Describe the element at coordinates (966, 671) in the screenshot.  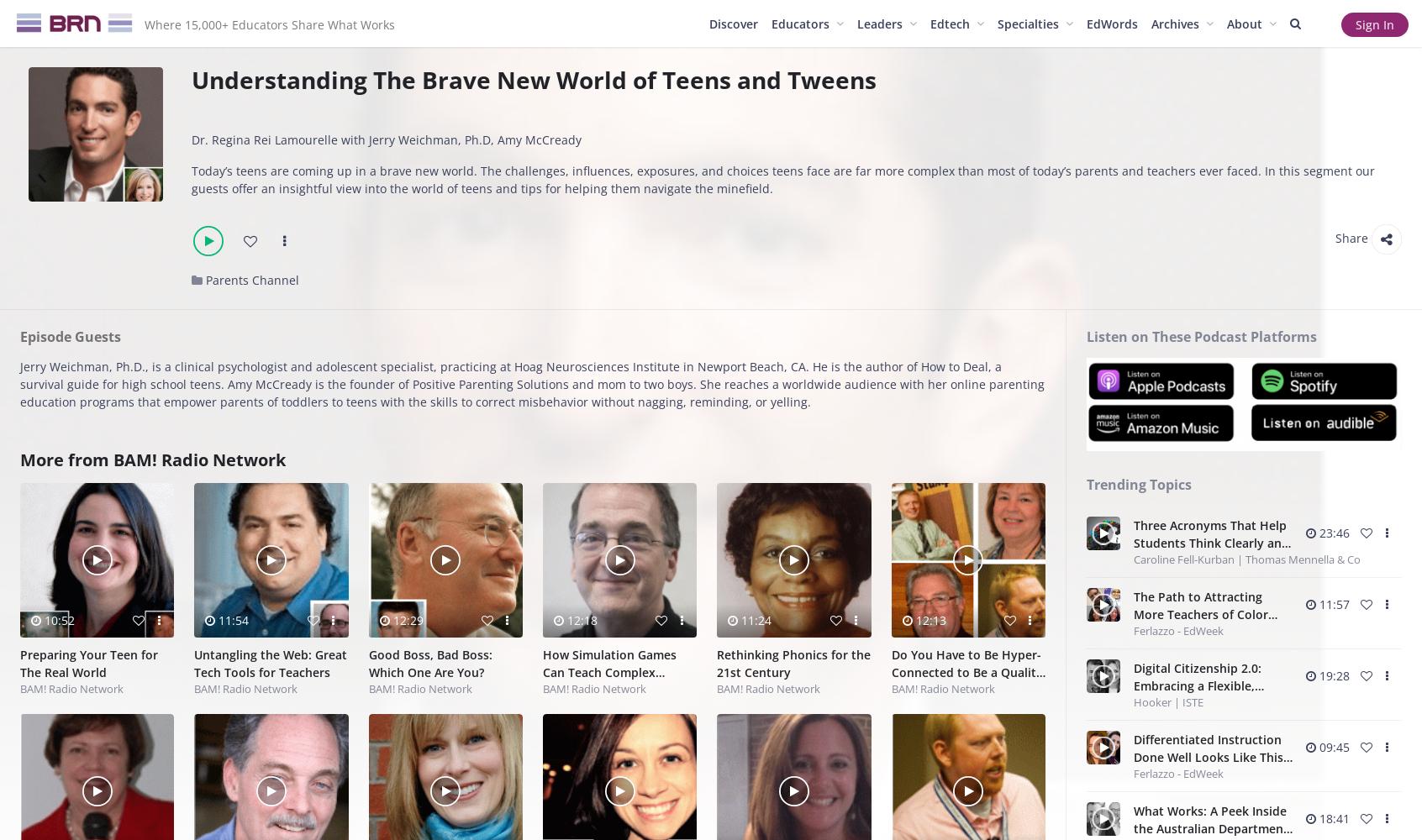
I see `'Do You Have to Be Hyper-Connected to Be a Quality Educator?'` at that location.